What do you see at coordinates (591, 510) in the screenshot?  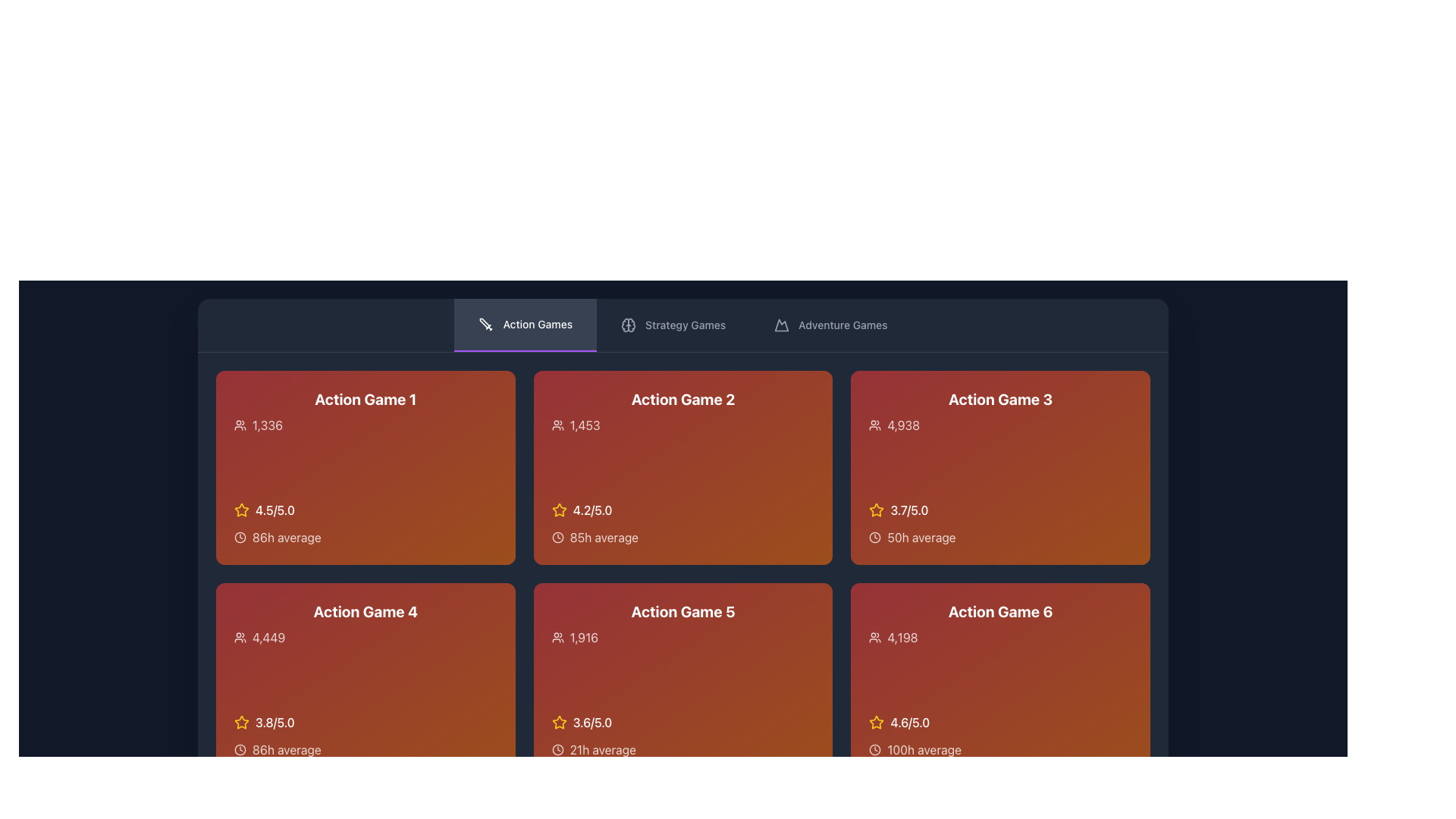 I see `the static text displaying the rating '4.2/5.0' in white color, located in the second card of the top row, immediately to the right of the yellow star icon` at bounding box center [591, 510].